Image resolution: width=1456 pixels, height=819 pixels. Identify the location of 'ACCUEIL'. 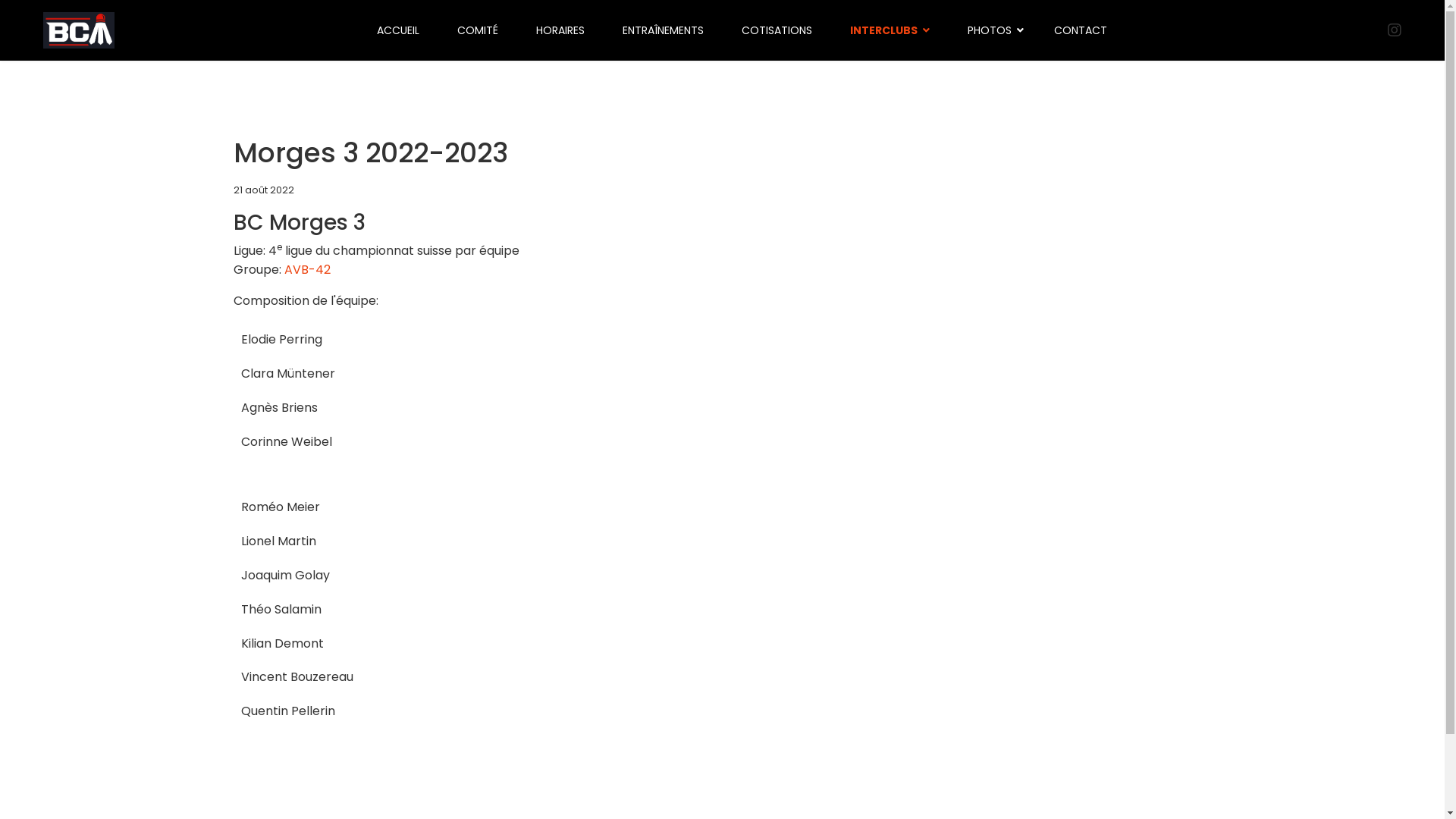
(397, 30).